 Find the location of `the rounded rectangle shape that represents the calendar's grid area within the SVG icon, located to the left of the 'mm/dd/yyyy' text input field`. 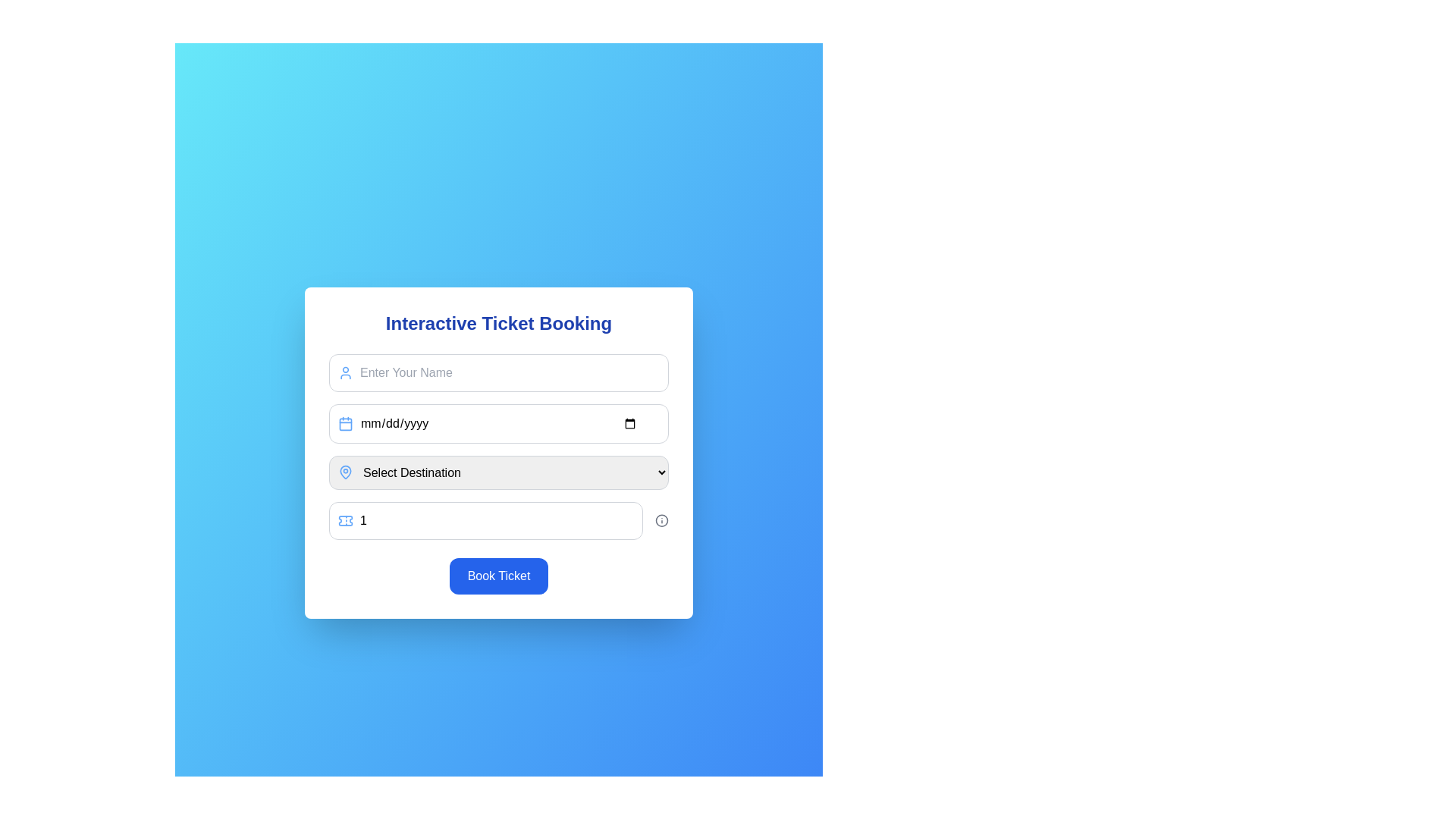

the rounded rectangle shape that represents the calendar's grid area within the SVG icon, located to the left of the 'mm/dd/yyyy' text input field is located at coordinates (345, 424).